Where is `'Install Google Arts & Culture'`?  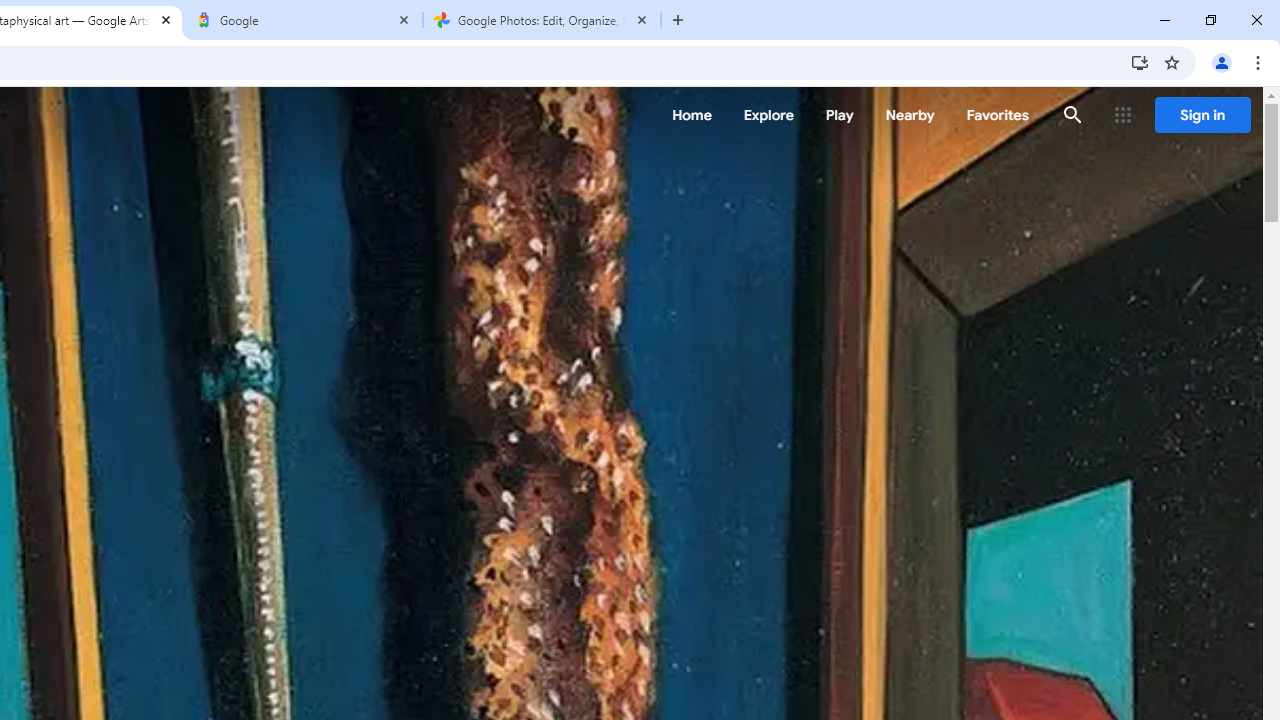 'Install Google Arts & Culture' is located at coordinates (1139, 61).